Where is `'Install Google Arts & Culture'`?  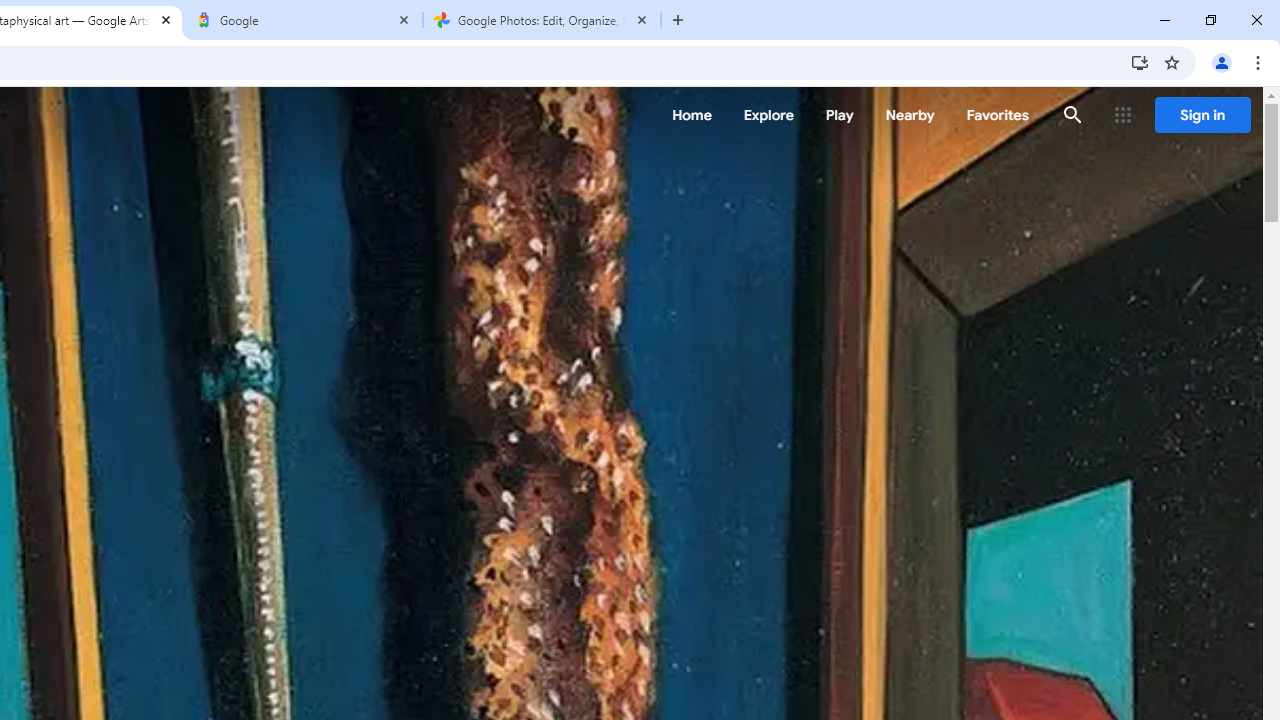 'Install Google Arts & Culture' is located at coordinates (1139, 61).